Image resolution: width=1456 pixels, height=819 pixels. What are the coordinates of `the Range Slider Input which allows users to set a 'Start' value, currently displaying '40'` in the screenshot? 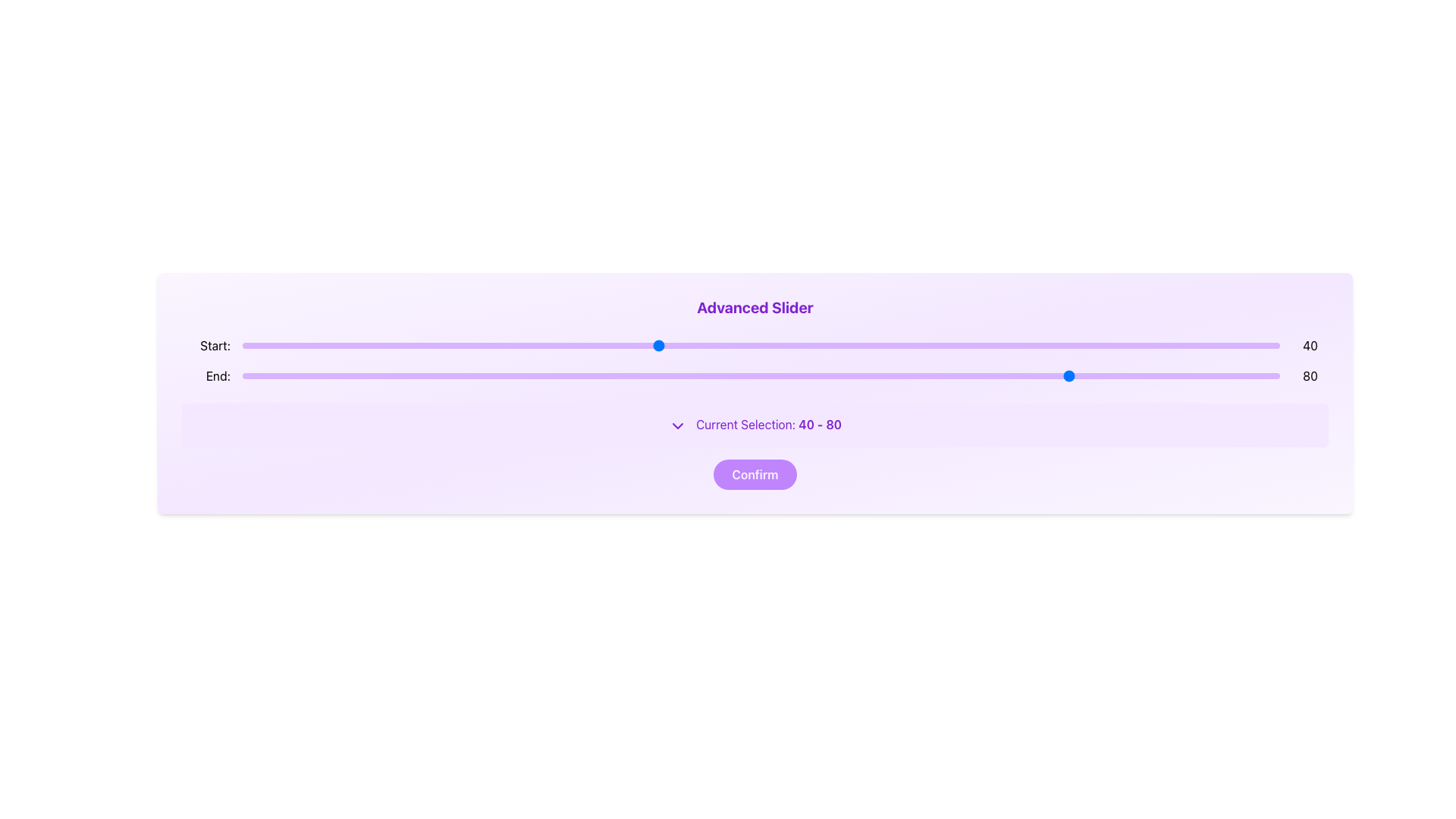 It's located at (755, 345).